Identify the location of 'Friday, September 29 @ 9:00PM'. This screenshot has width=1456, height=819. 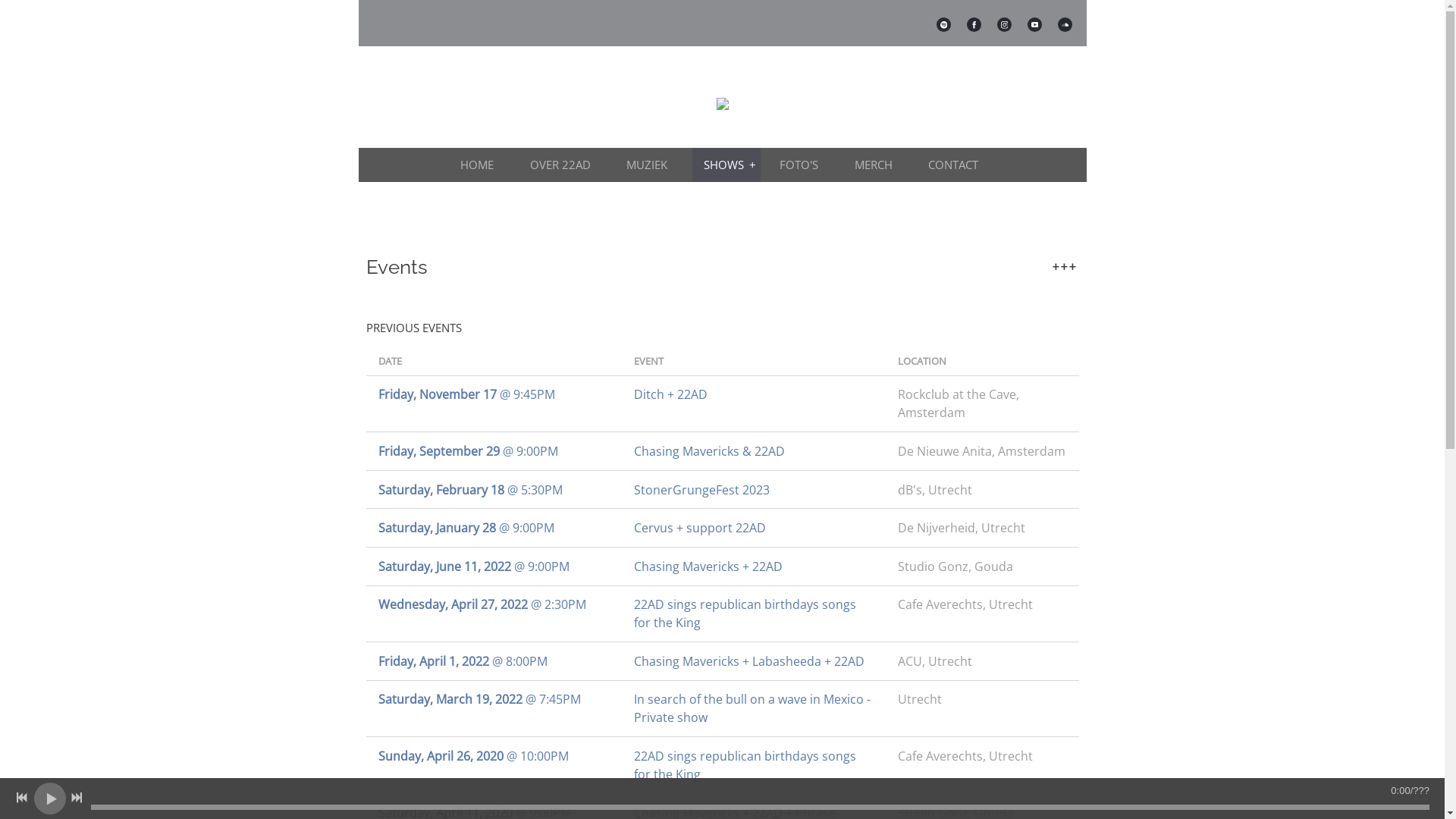
(493, 450).